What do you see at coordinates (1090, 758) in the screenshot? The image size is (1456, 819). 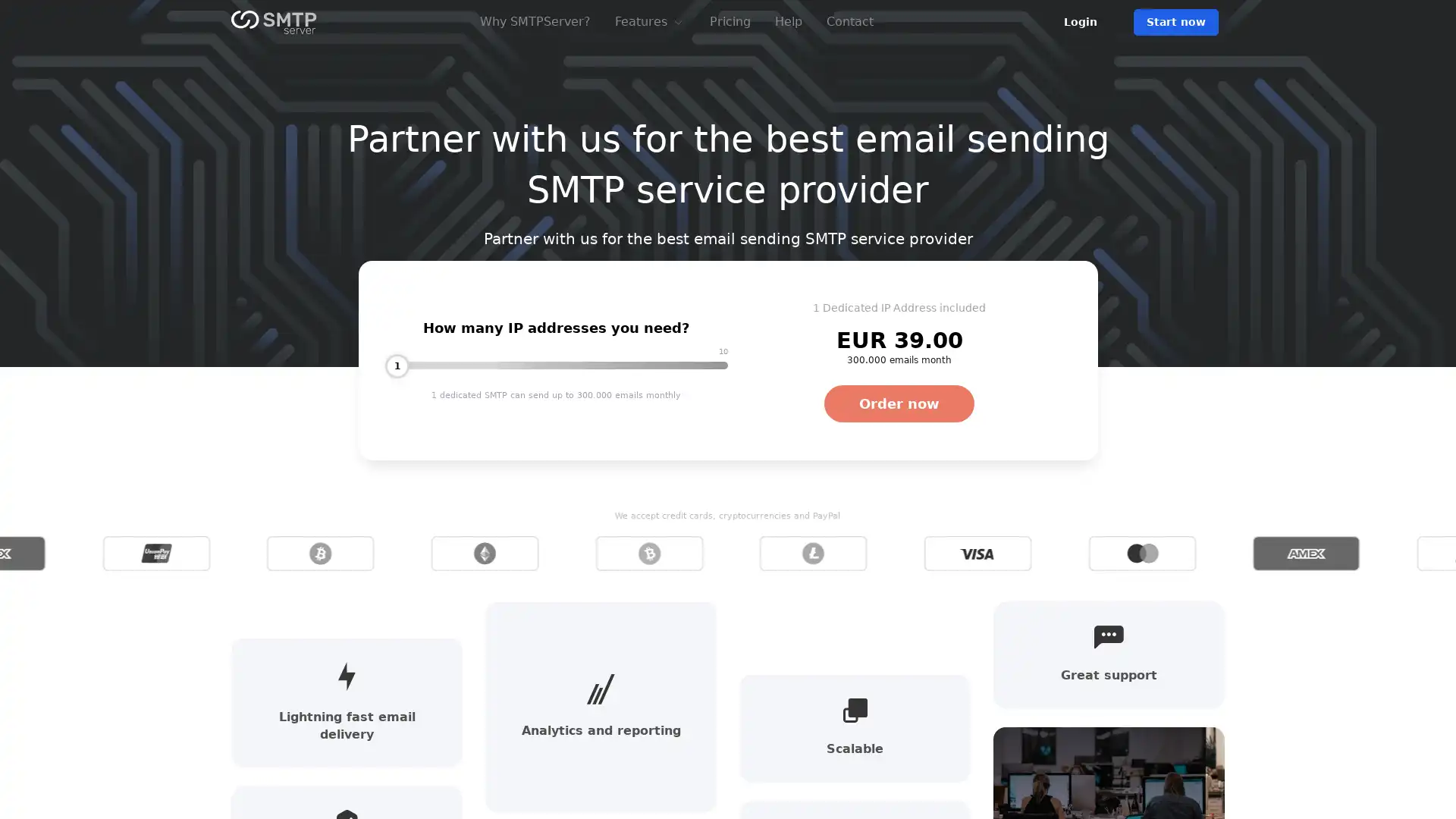 I see `Decline` at bounding box center [1090, 758].